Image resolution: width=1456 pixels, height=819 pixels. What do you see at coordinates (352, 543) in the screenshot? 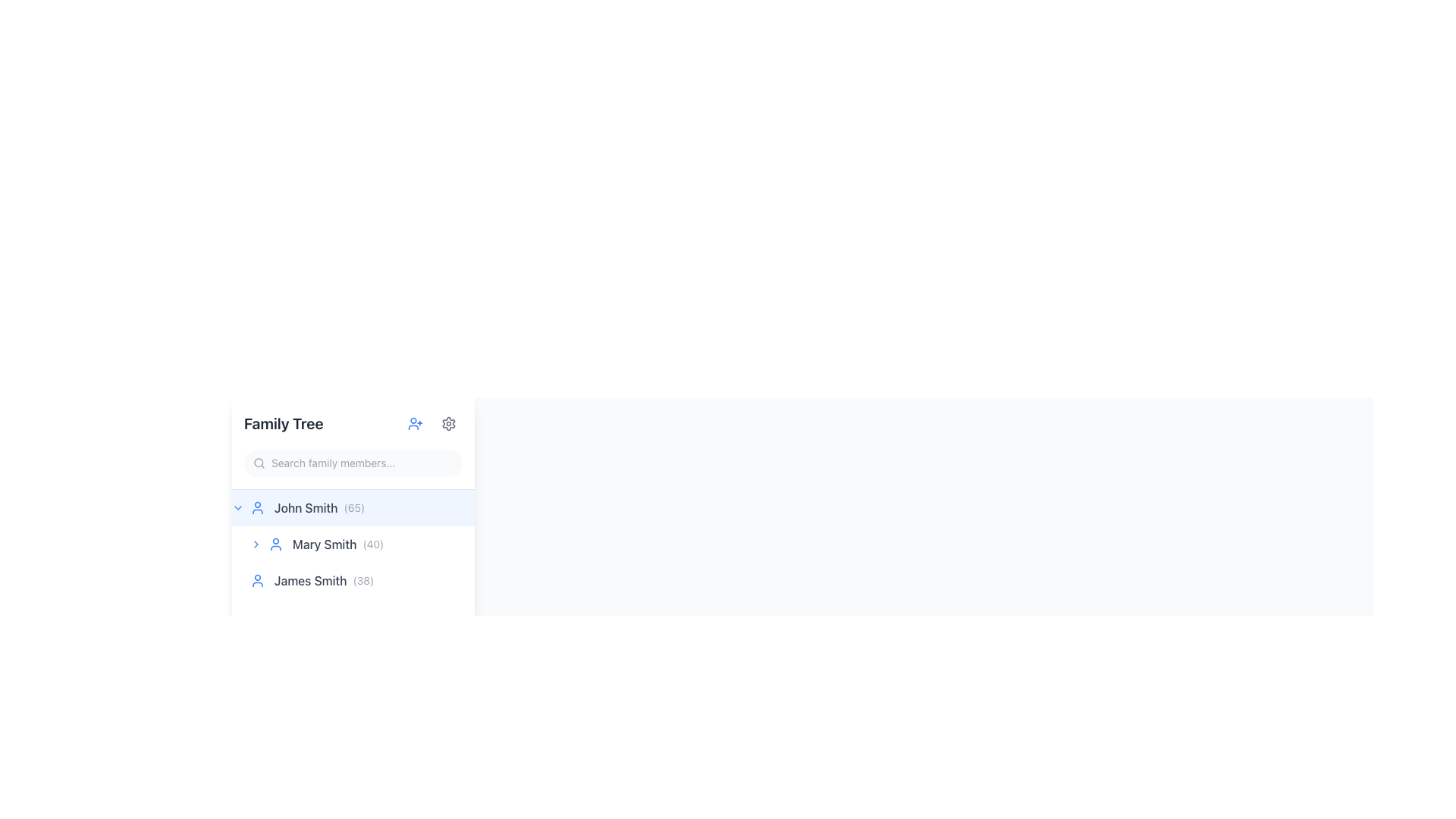
I see `the name 'Mary Smith' in the family member list under 'Family Tree'` at bounding box center [352, 543].